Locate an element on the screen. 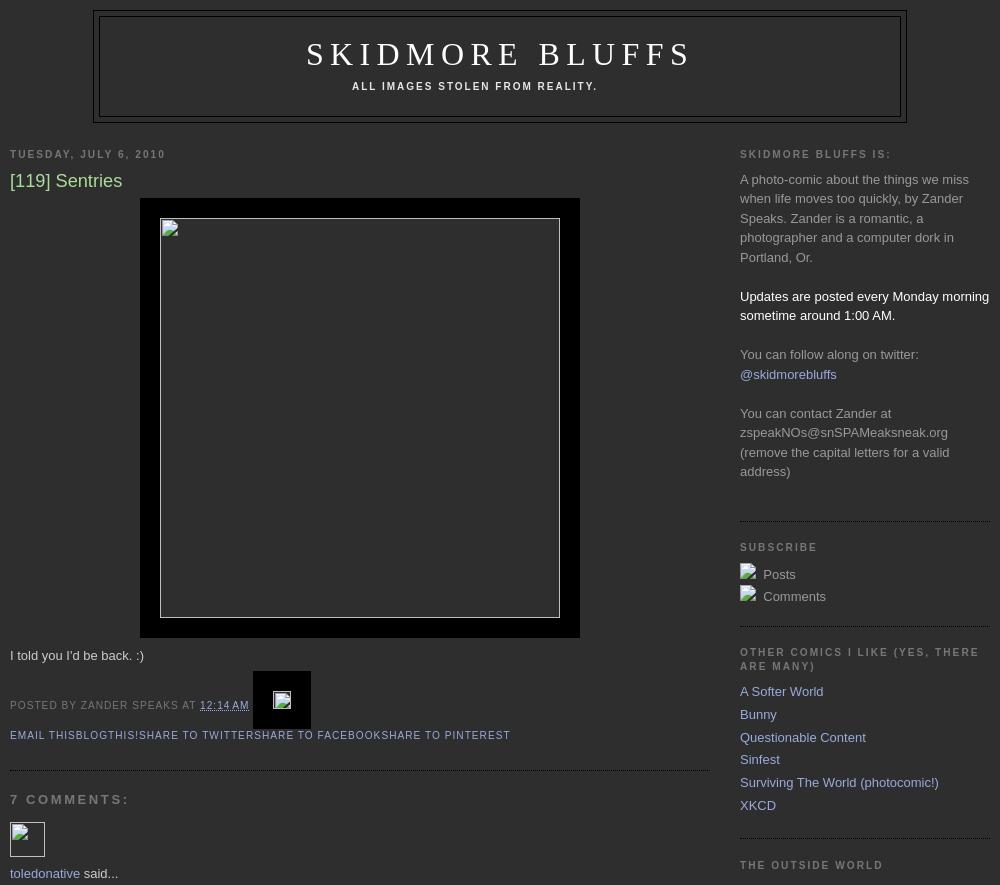 This screenshot has width=1000, height=885. 'Posted by' is located at coordinates (45, 703).